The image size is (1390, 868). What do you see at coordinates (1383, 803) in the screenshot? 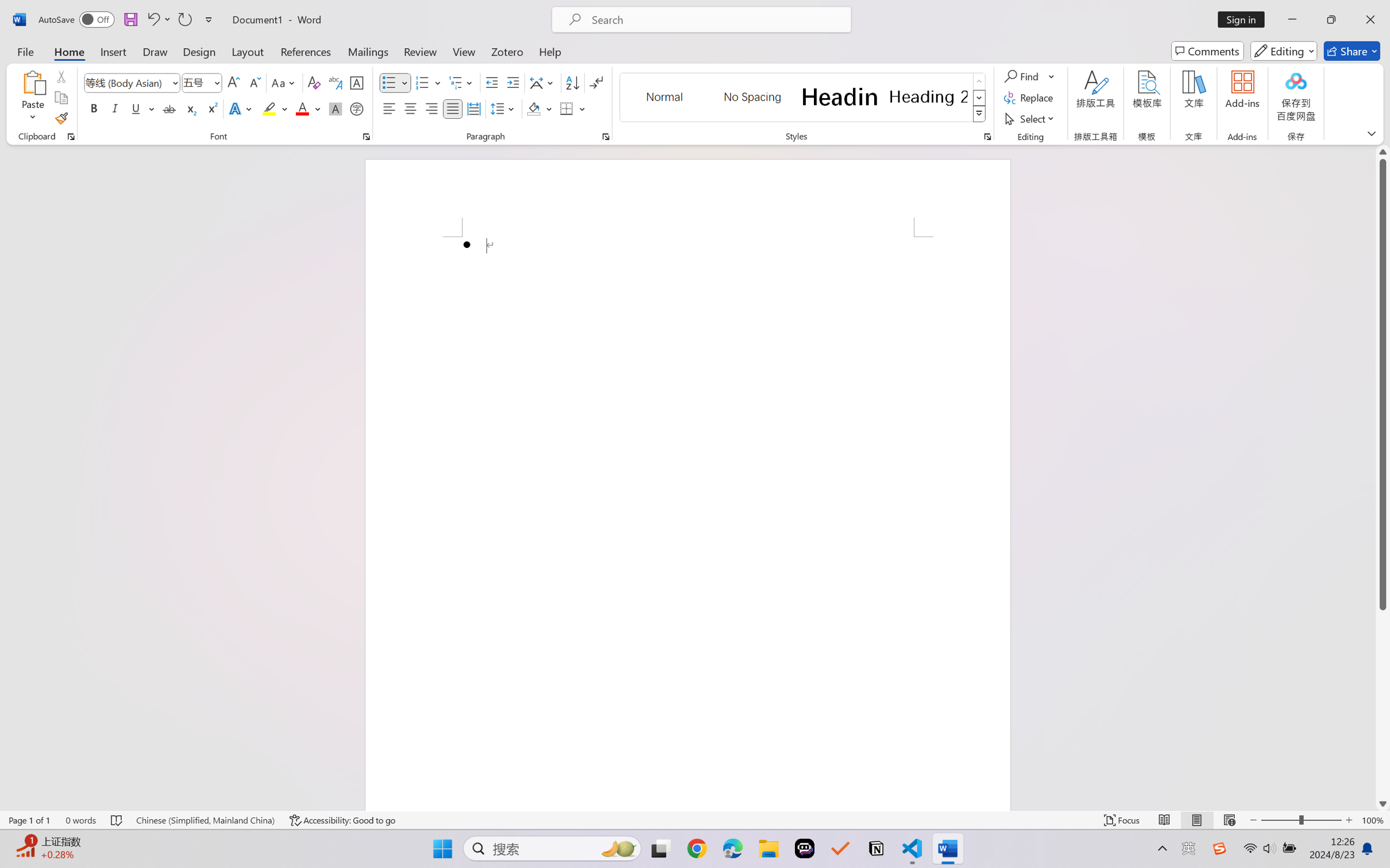
I see `'Line down'` at bounding box center [1383, 803].